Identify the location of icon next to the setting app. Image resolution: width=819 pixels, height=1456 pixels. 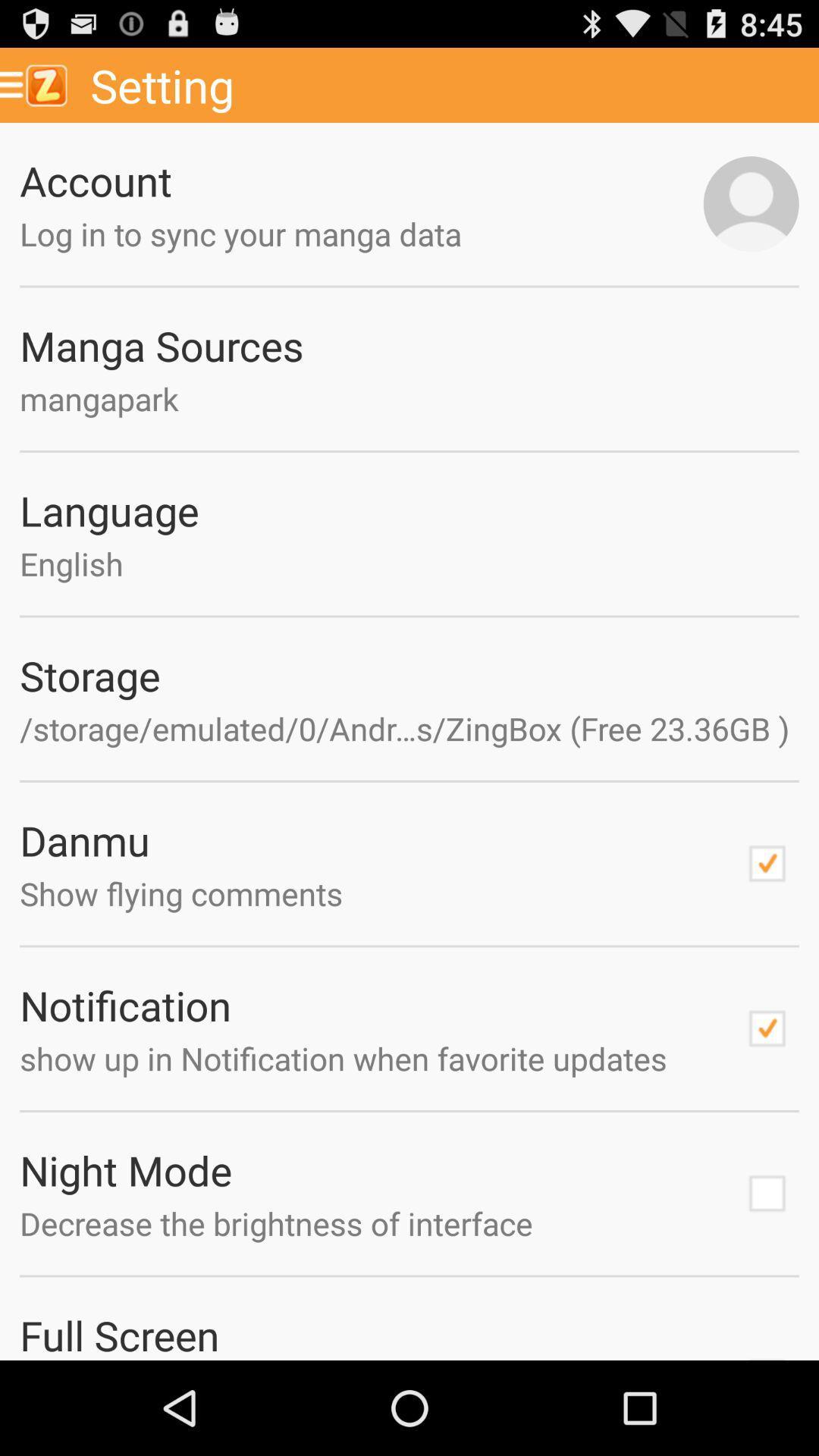
(39, 84).